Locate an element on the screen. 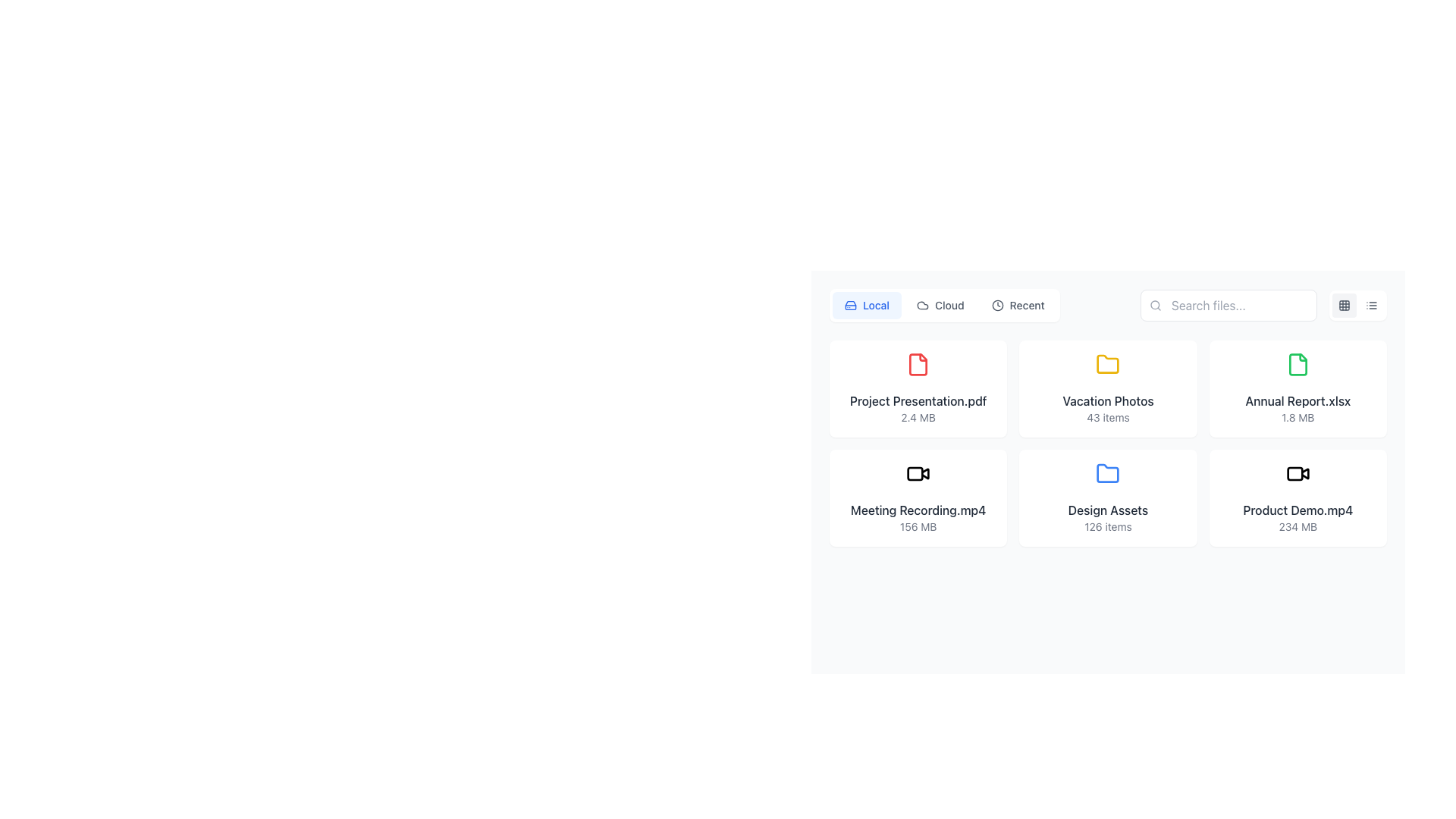 The width and height of the screenshot is (1456, 819). the label displaying the text 'Project Presentation.pdf' with size '2.4 MB', which is located in the top-left section of the document listing grid is located at coordinates (918, 408).